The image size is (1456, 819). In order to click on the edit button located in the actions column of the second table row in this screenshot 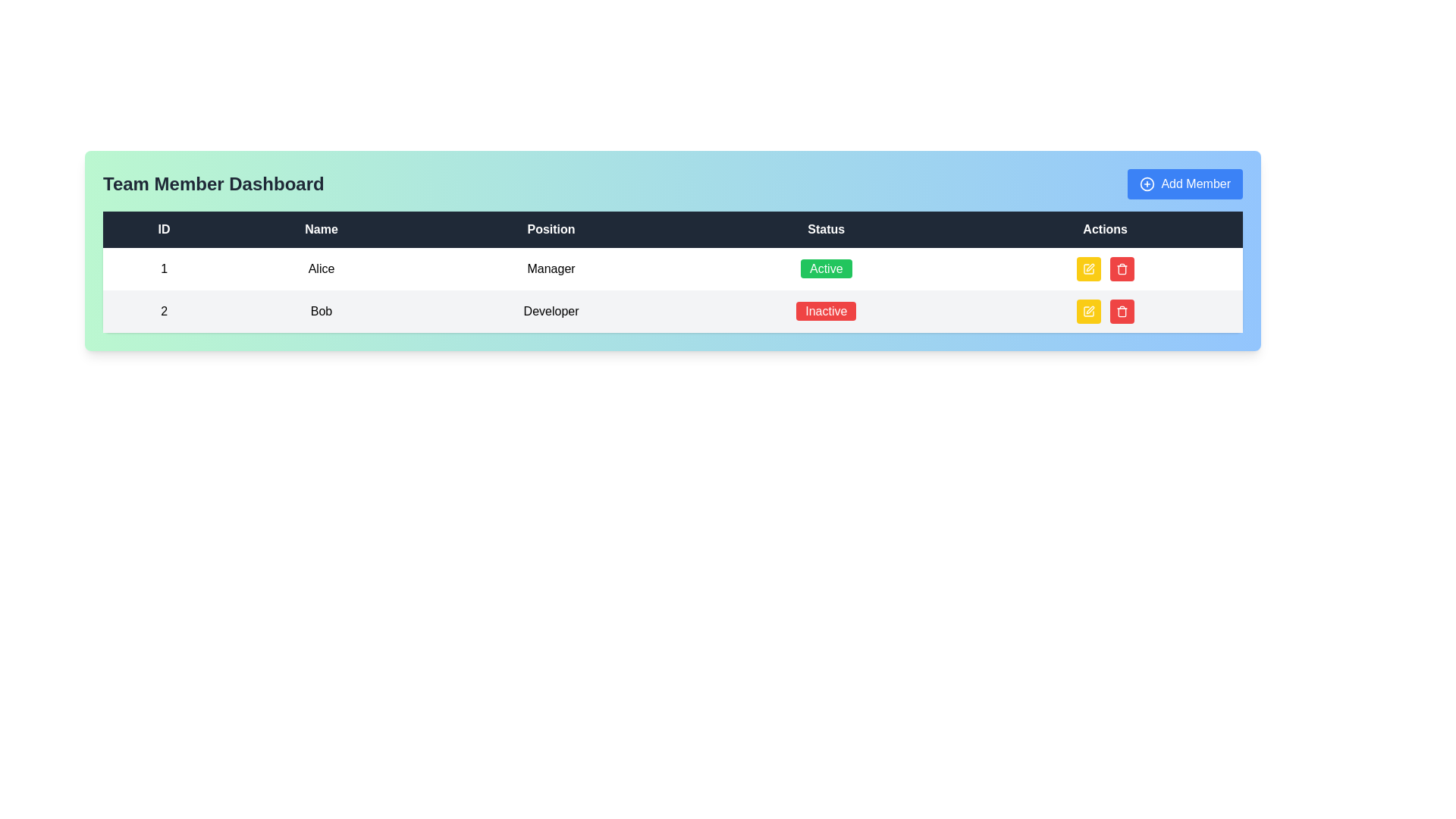, I will do `click(1087, 268)`.